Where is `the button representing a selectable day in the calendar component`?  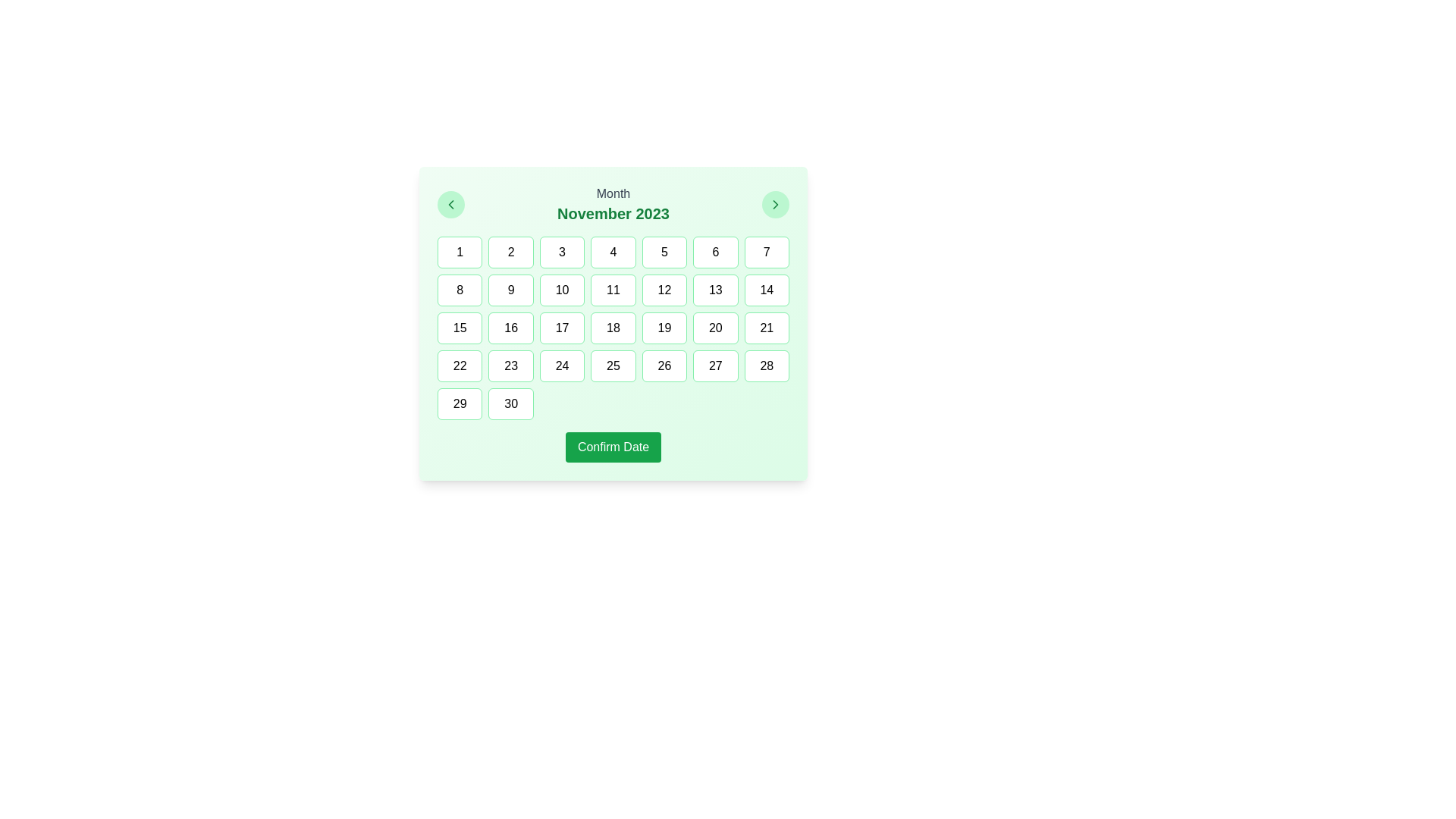 the button representing a selectable day in the calendar component is located at coordinates (664, 251).